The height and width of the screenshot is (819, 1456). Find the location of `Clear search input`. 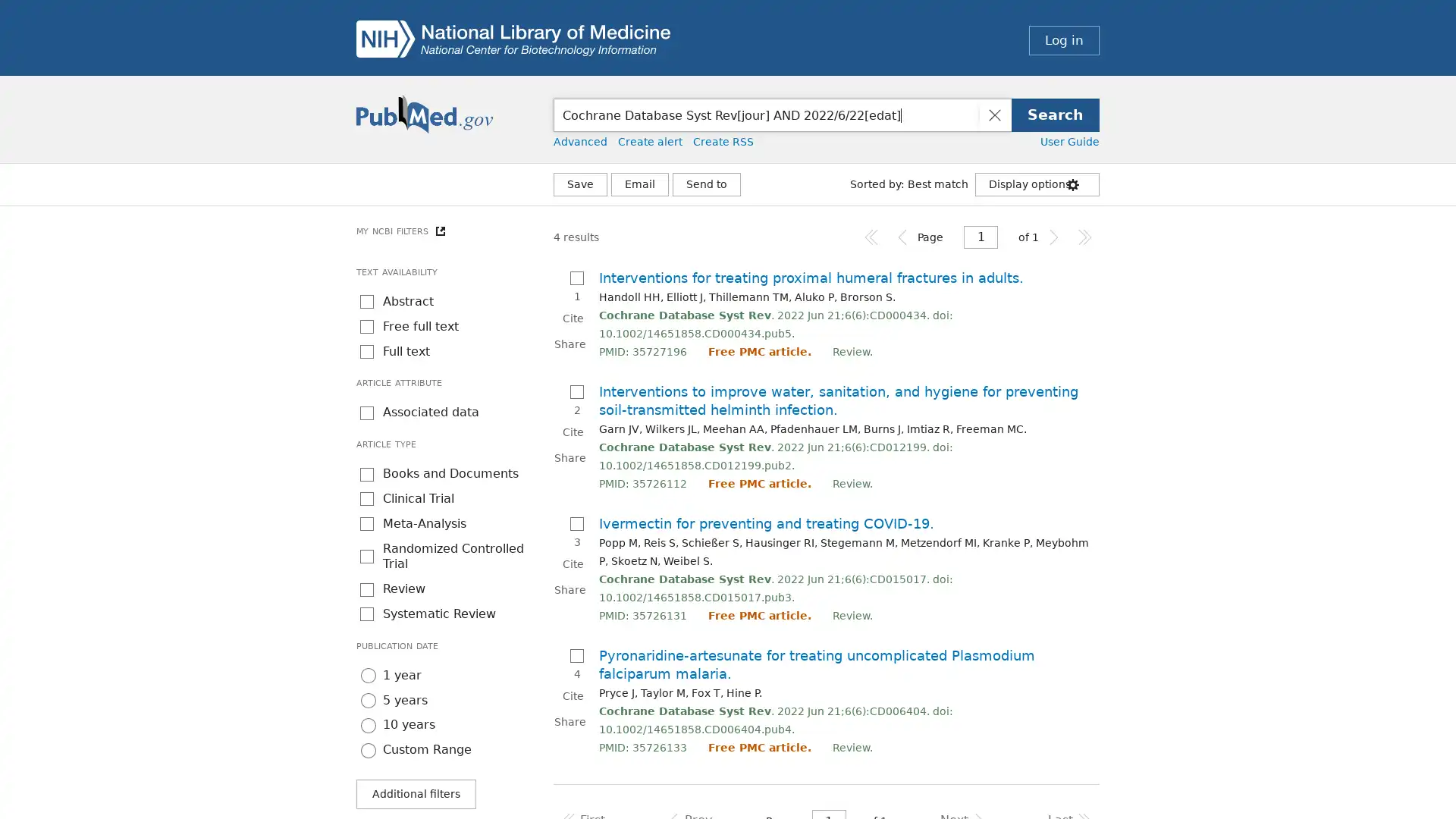

Clear search input is located at coordinates (993, 114).